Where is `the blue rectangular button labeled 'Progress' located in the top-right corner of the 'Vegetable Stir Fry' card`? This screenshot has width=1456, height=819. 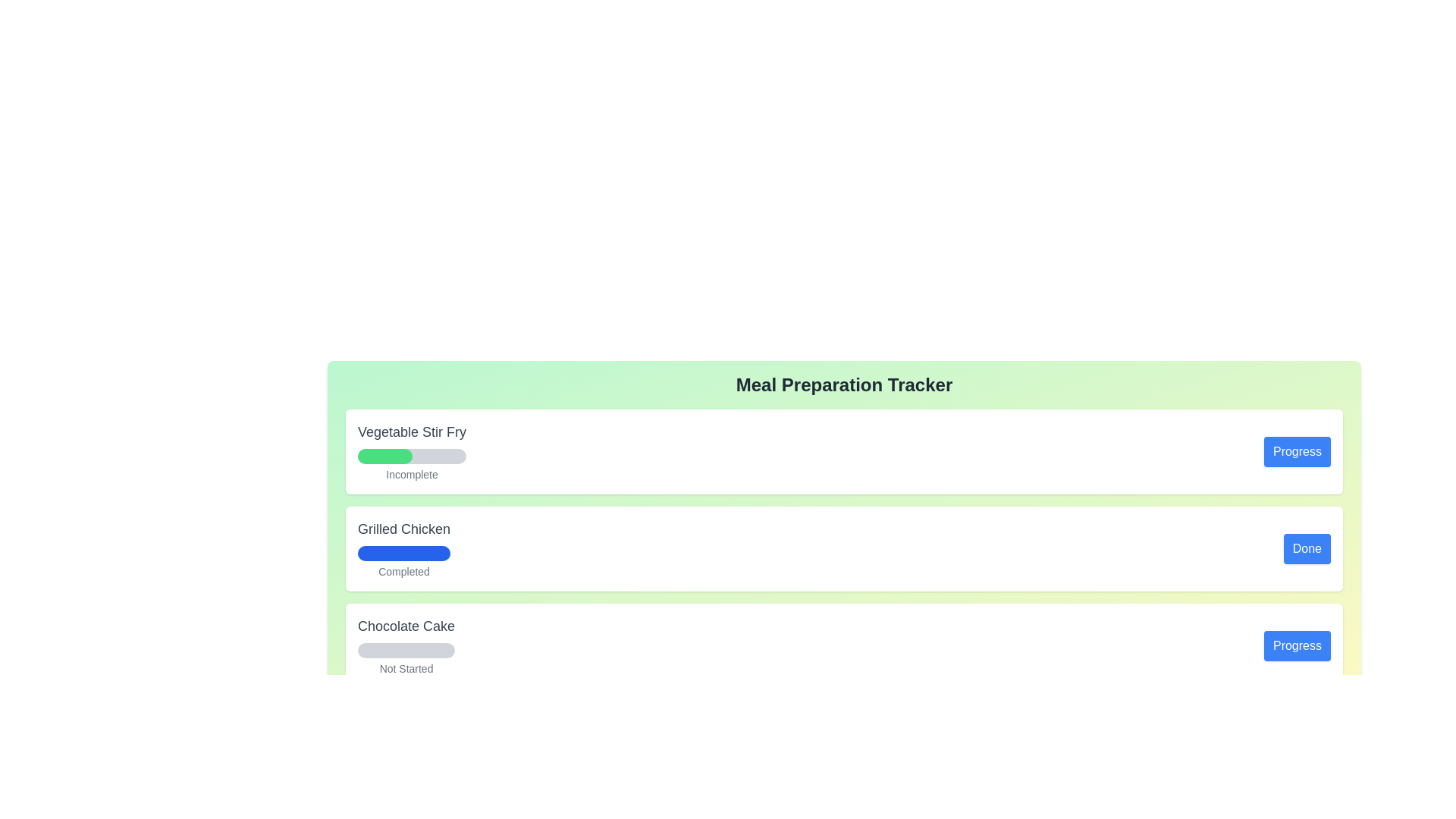 the blue rectangular button labeled 'Progress' located in the top-right corner of the 'Vegetable Stir Fry' card is located at coordinates (1295, 451).